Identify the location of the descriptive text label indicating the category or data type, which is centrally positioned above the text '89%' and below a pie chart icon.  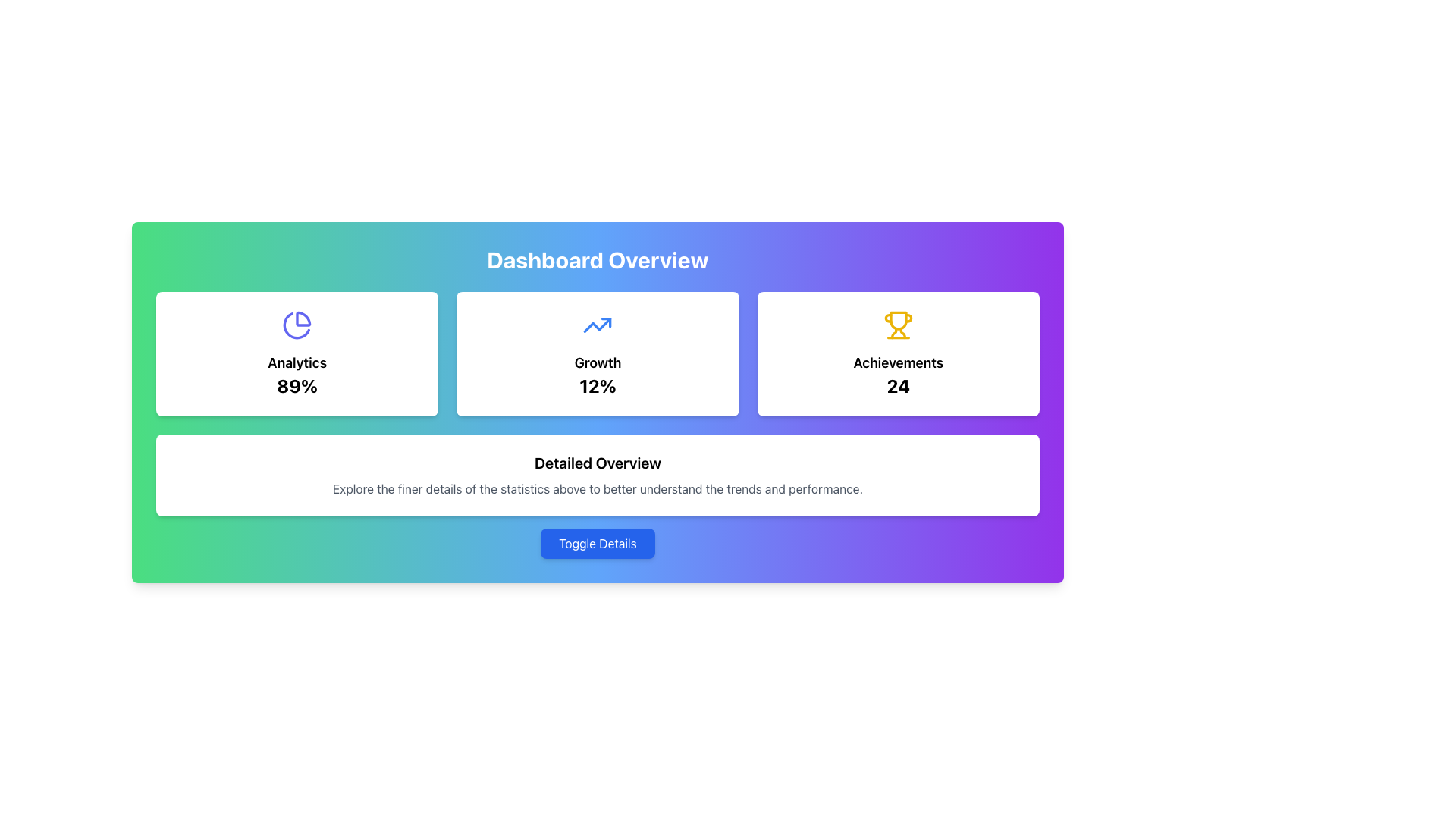
(297, 362).